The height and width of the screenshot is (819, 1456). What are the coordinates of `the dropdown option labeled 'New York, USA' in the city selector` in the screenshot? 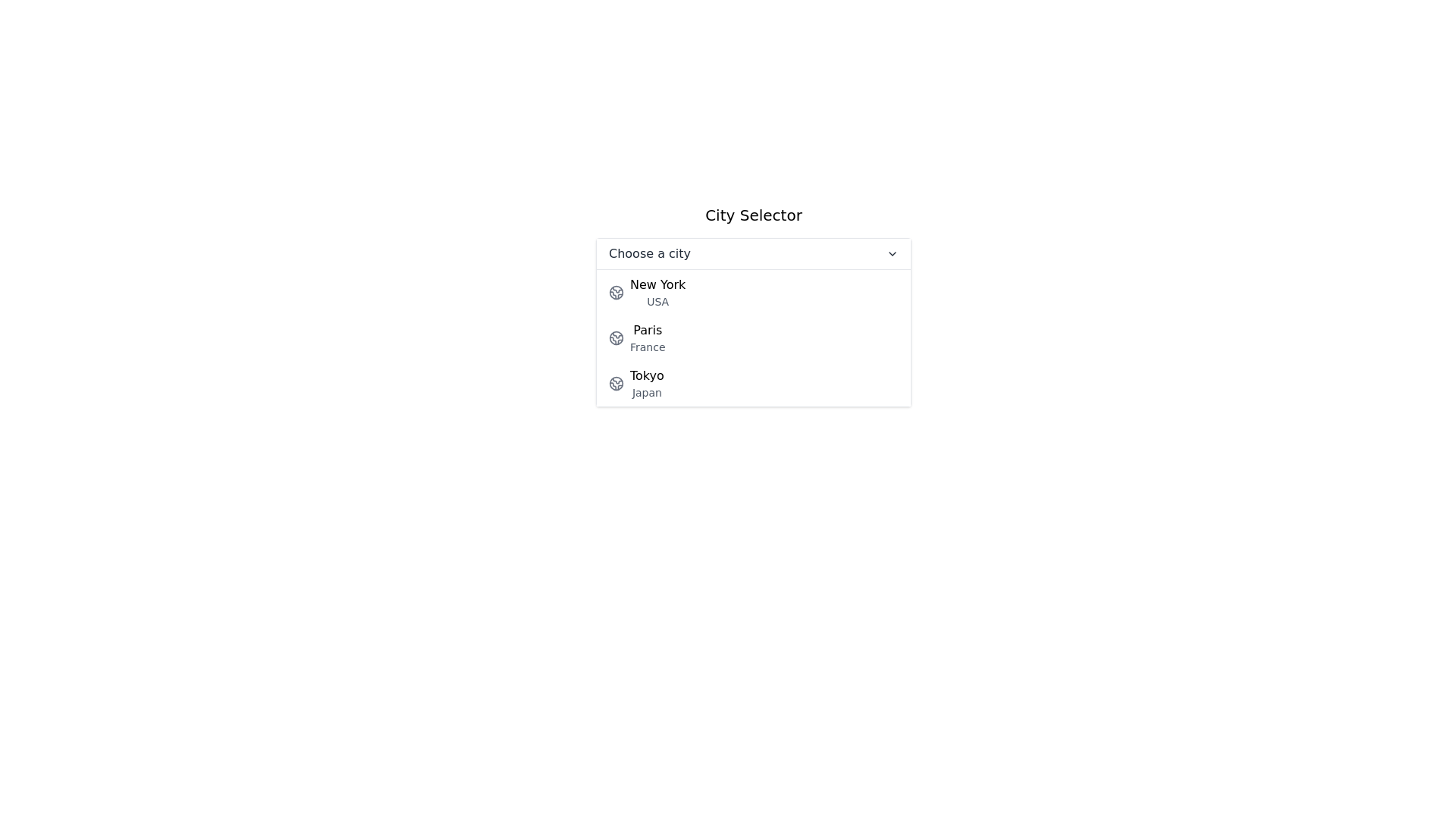 It's located at (657, 292).